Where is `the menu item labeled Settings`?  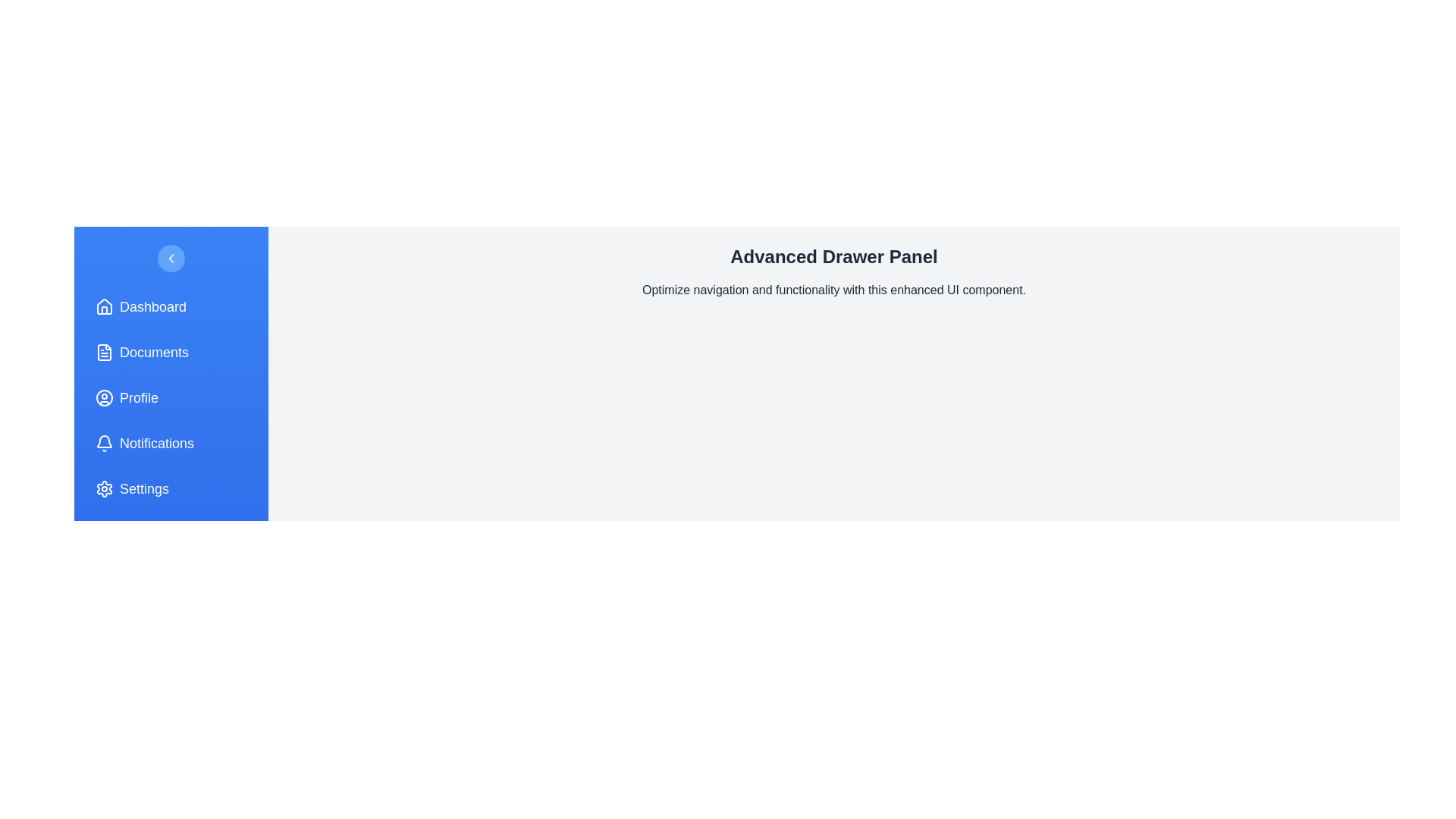 the menu item labeled Settings is located at coordinates (171, 488).